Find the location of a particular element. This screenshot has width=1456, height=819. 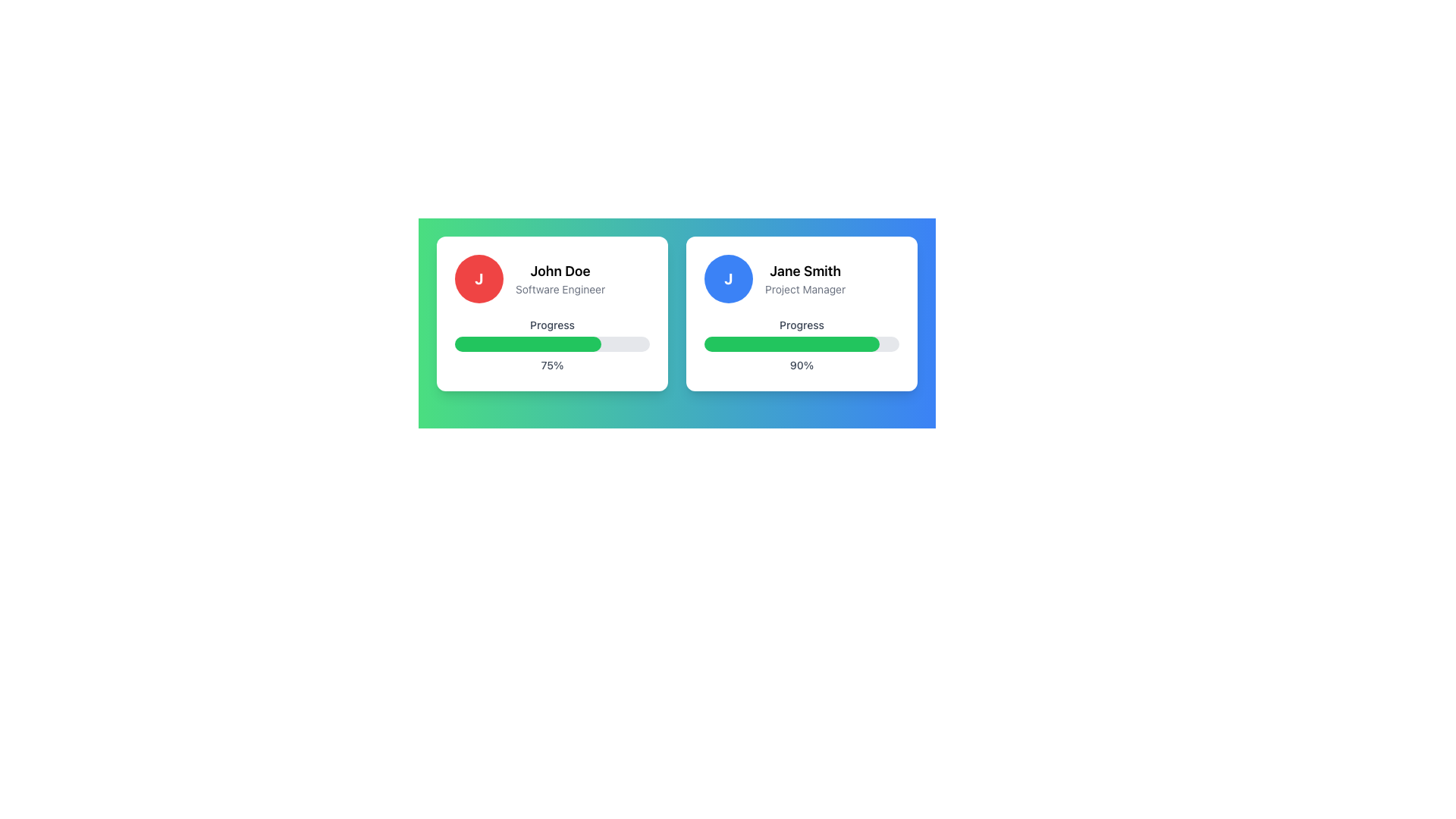

the Text Label that displays the numerical percentage of completion for the progress bar, located below the 'Progress' label in the leftmost user card is located at coordinates (551, 366).